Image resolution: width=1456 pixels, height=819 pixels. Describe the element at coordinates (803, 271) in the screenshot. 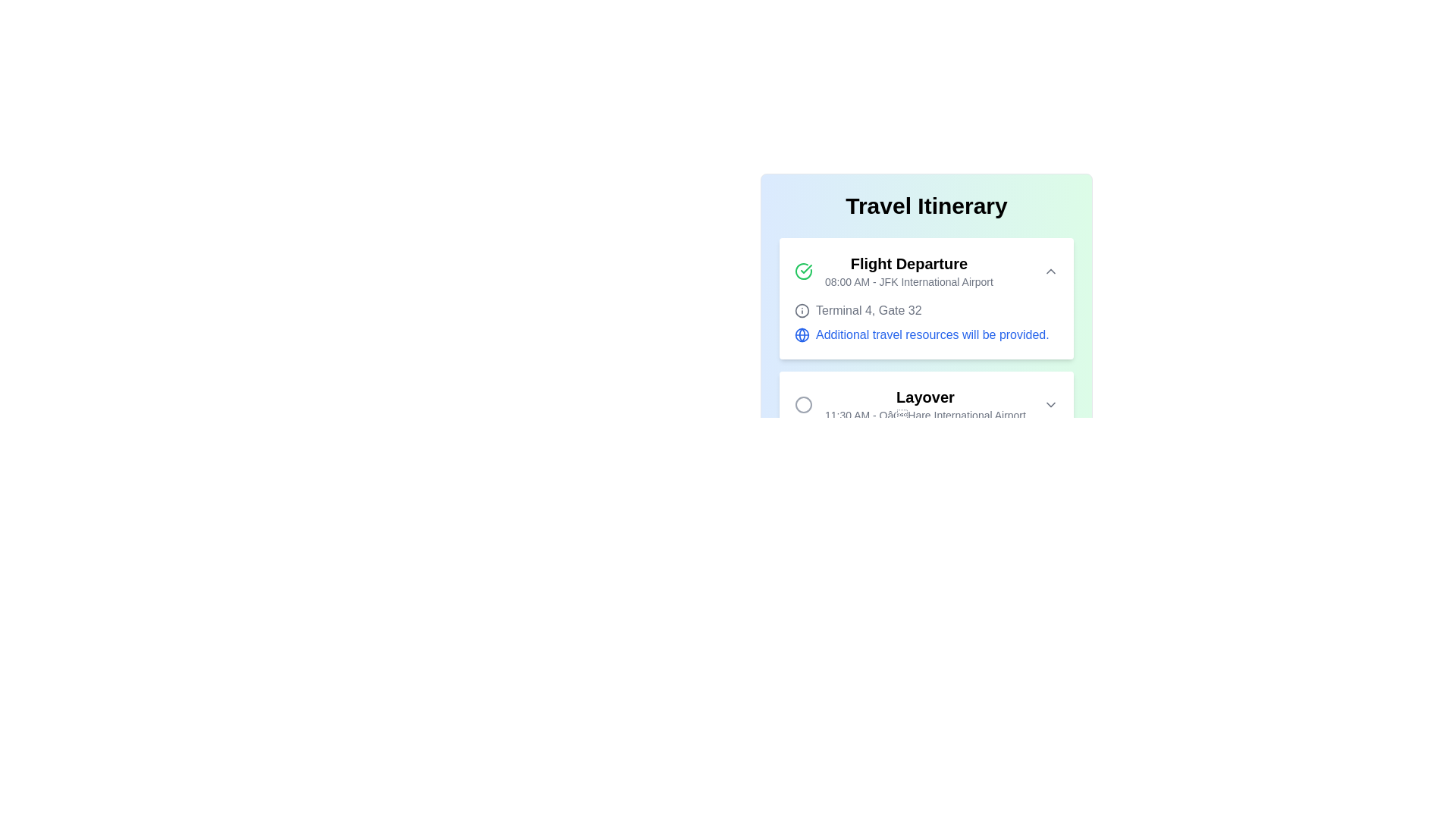

I see `the circular icon with a green outline and checkmark inside, located in the top-left corner of the 'Flight Departure' card, to indicate the flight status` at that location.